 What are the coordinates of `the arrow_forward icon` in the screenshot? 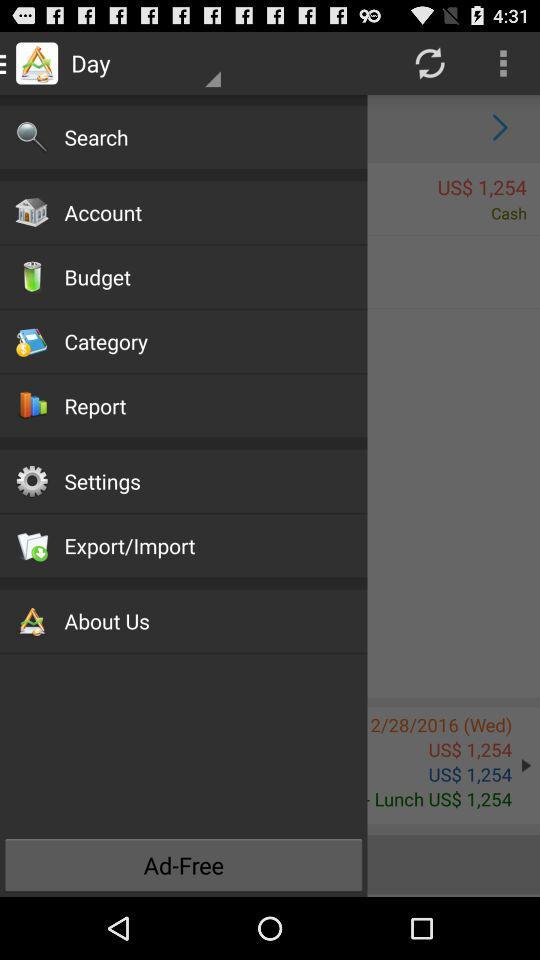 It's located at (499, 135).